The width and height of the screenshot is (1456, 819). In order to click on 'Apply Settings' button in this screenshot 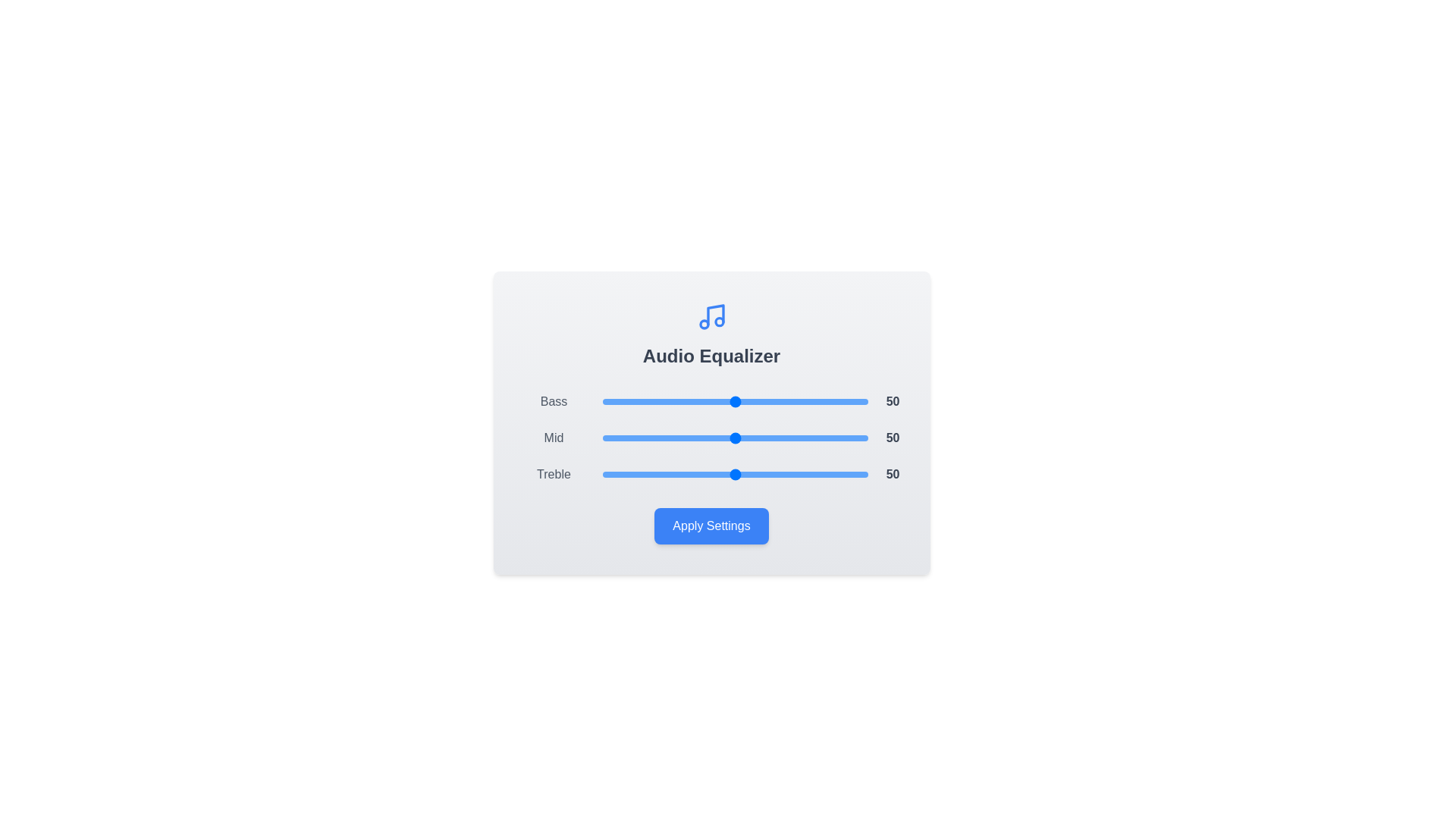, I will do `click(711, 526)`.